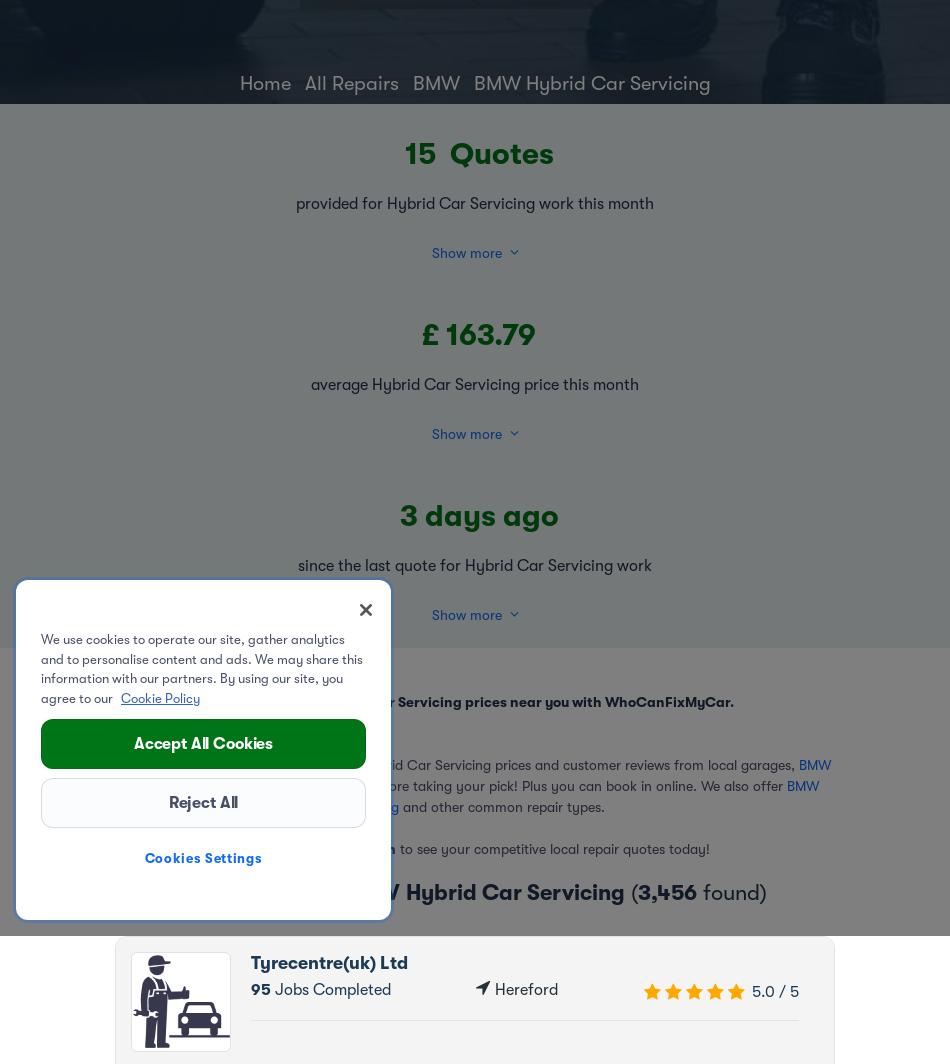 This screenshot has height=1064, width=950. Describe the element at coordinates (295, 203) in the screenshot. I see `'provided
for Hybrid Car Servicing
work this month'` at that location.